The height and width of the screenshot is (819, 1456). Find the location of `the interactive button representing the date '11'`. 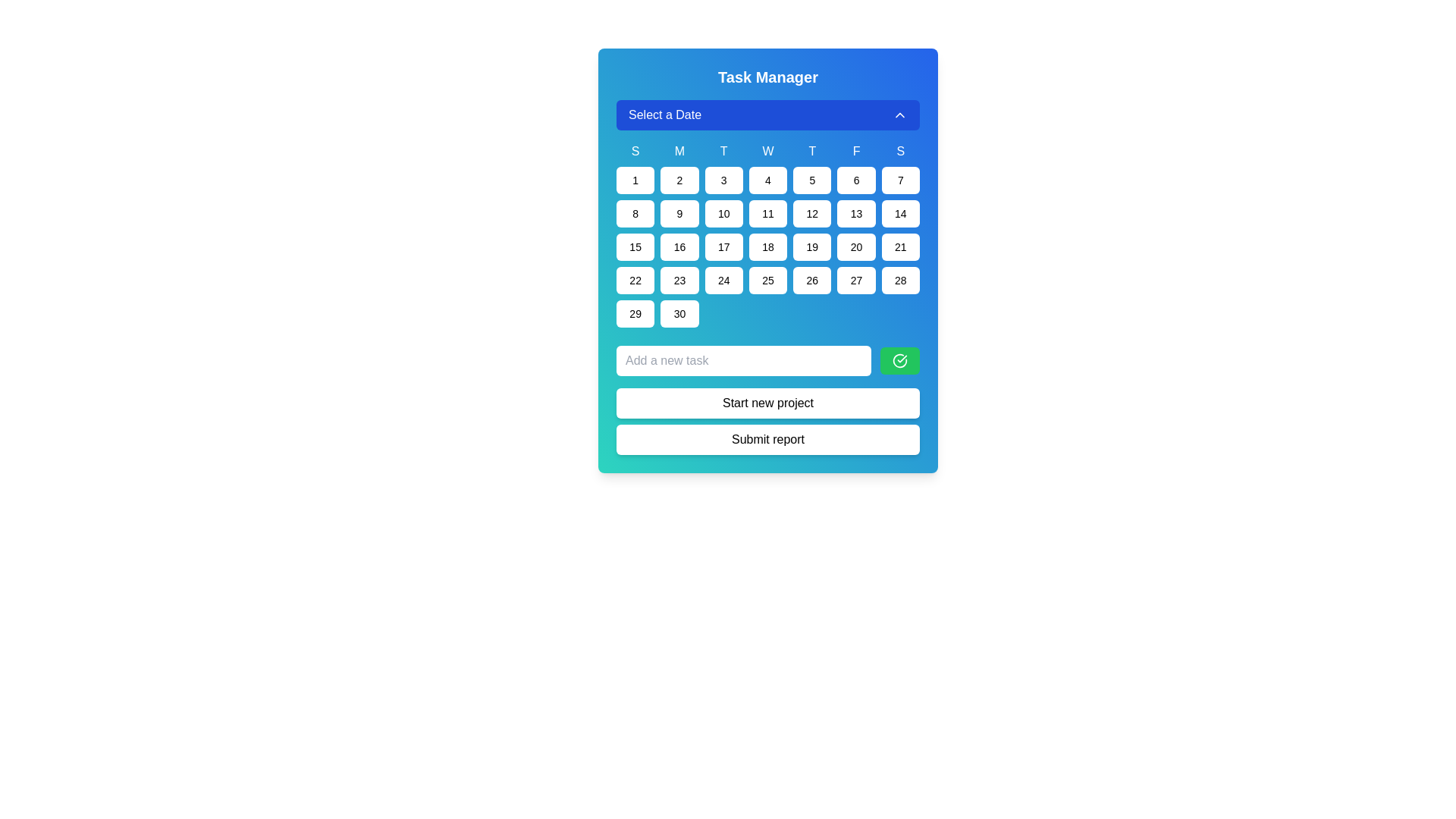

the interactive button representing the date '11' is located at coordinates (767, 213).